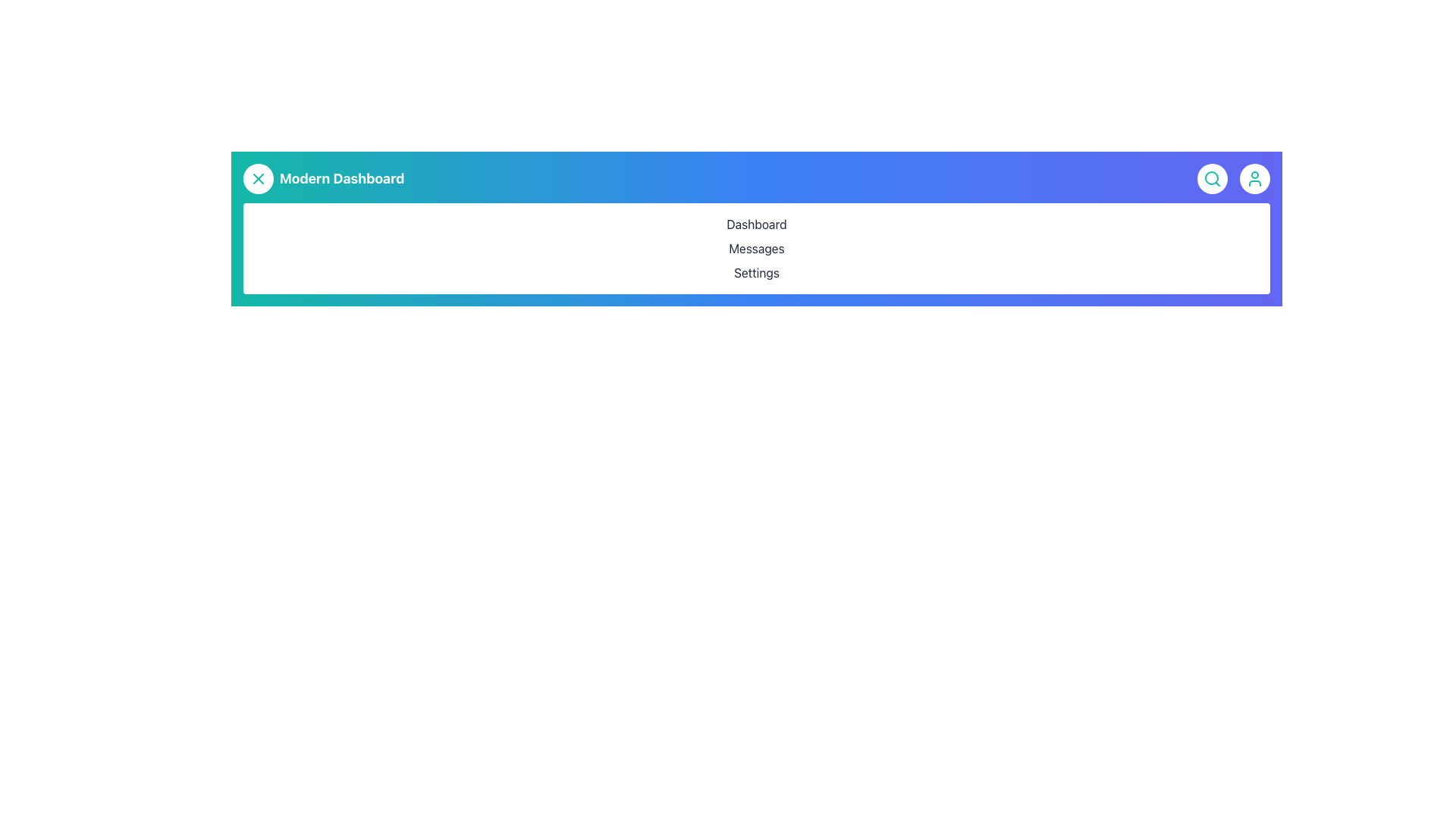 Image resolution: width=1456 pixels, height=819 pixels. I want to click on the circular button located in the top-right corner of the user interface, which has a white background and teal border, so click(1211, 177).